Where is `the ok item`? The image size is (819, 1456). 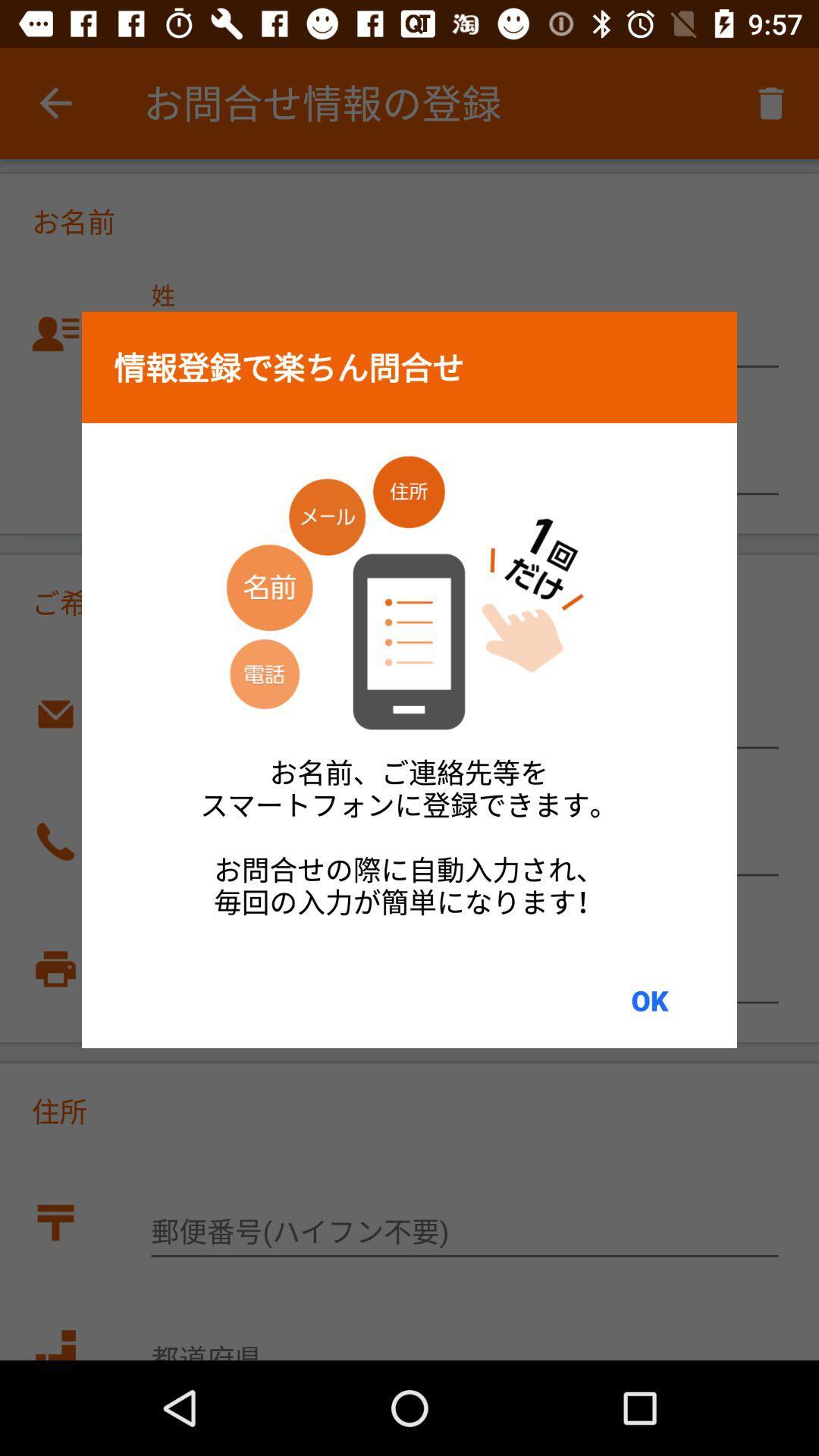
the ok item is located at coordinates (648, 1000).